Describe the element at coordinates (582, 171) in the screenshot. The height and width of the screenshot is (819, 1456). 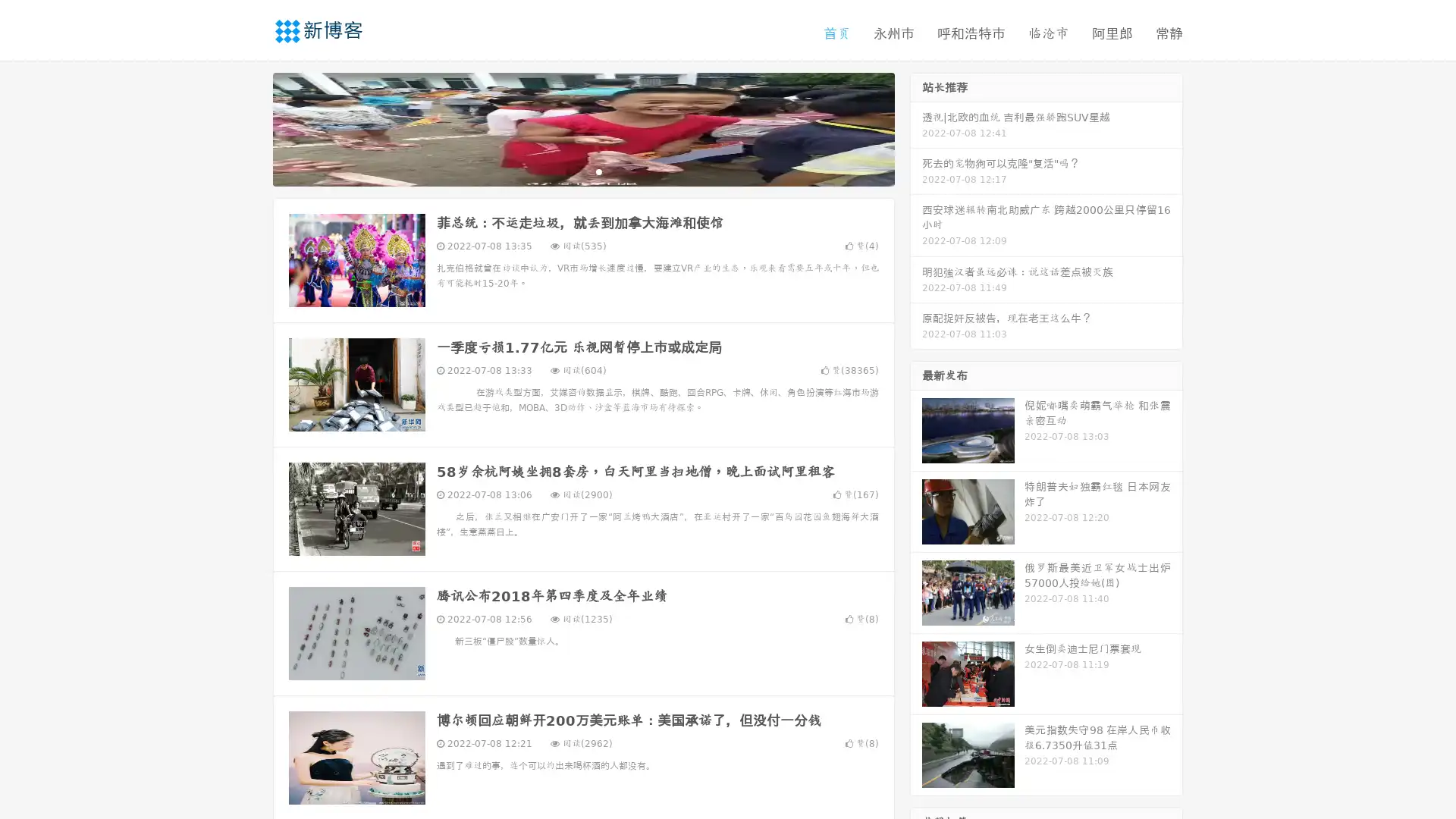
I see `Go to slide 2` at that location.